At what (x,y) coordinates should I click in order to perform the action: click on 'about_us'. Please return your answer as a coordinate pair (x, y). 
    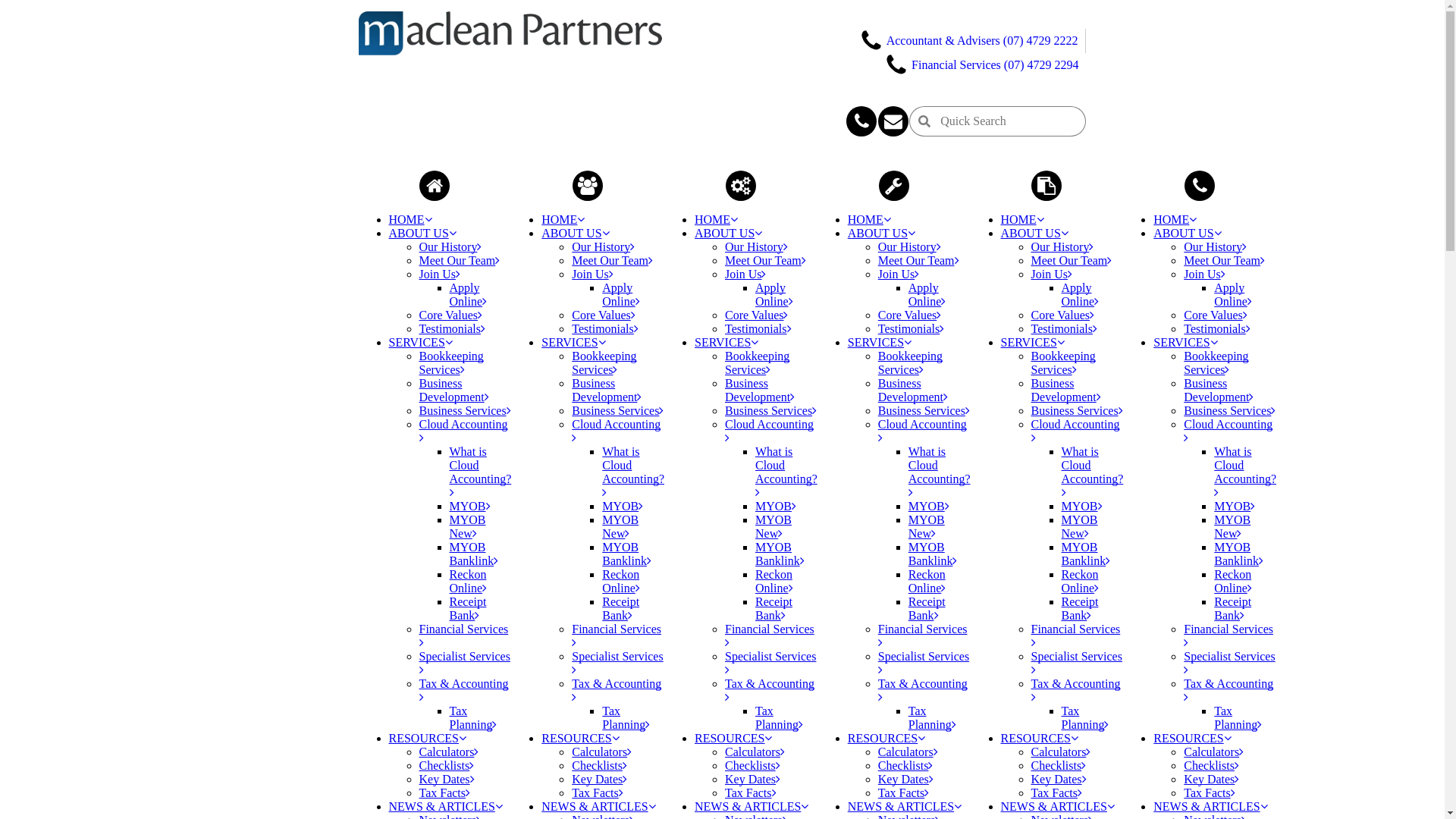
    Looking at the image, I should click on (586, 185).